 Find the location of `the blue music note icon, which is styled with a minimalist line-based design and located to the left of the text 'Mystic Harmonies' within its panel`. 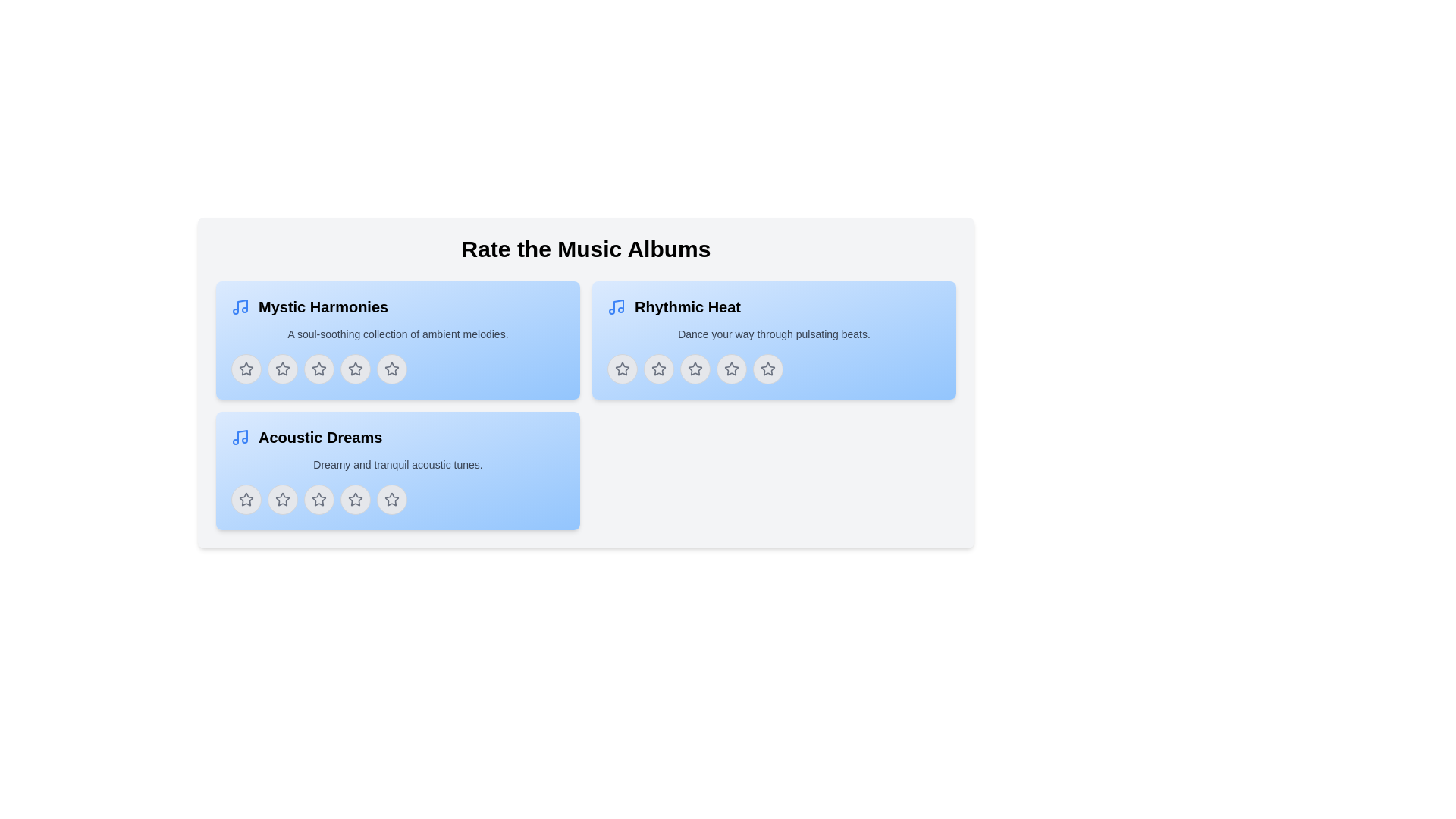

the blue music note icon, which is styled with a minimalist line-based design and located to the left of the text 'Mystic Harmonies' within its panel is located at coordinates (239, 307).